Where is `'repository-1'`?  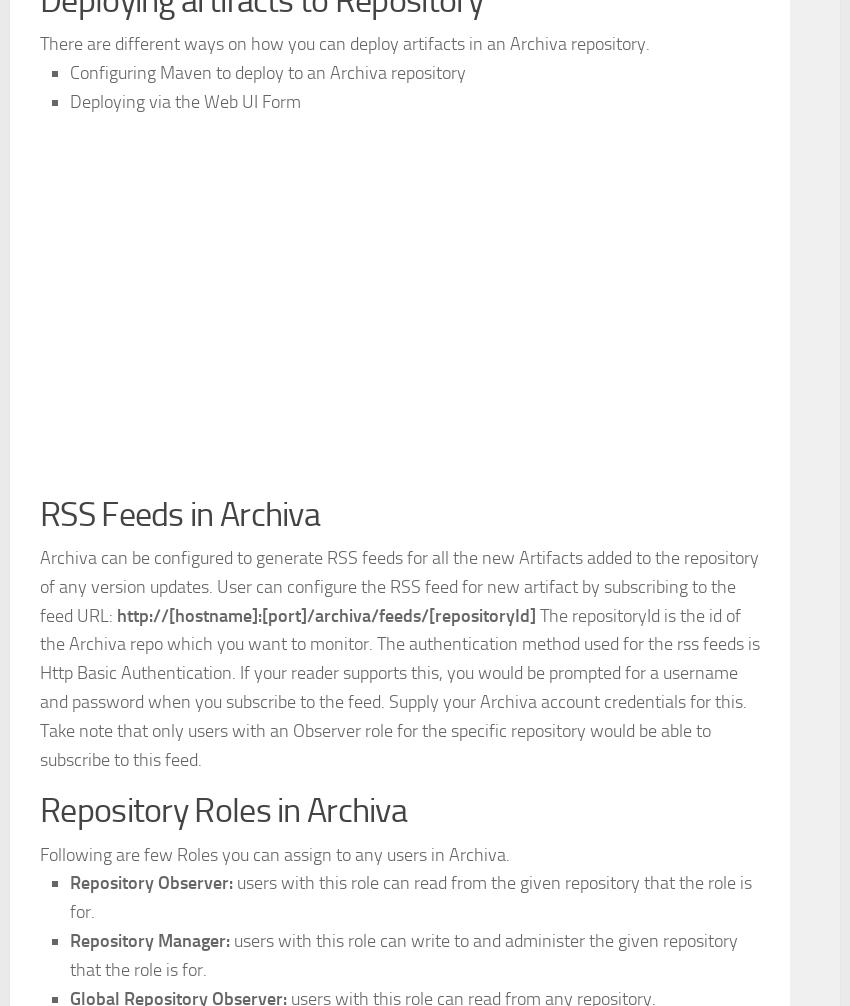
'repository-1' is located at coordinates (187, 58).